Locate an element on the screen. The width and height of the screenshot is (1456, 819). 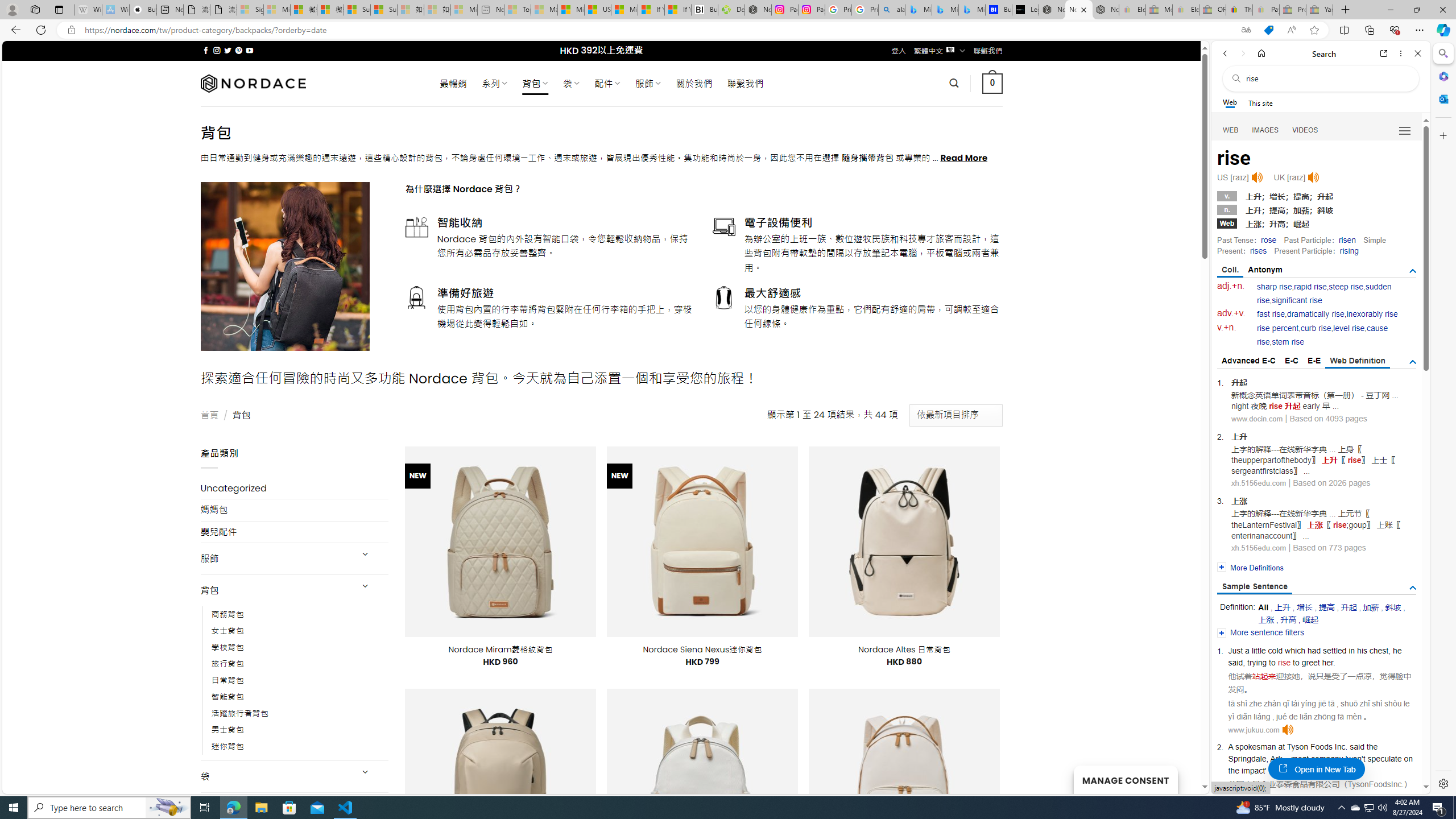
'Microsoft Services Agreement - Sleeping' is located at coordinates (276, 9).